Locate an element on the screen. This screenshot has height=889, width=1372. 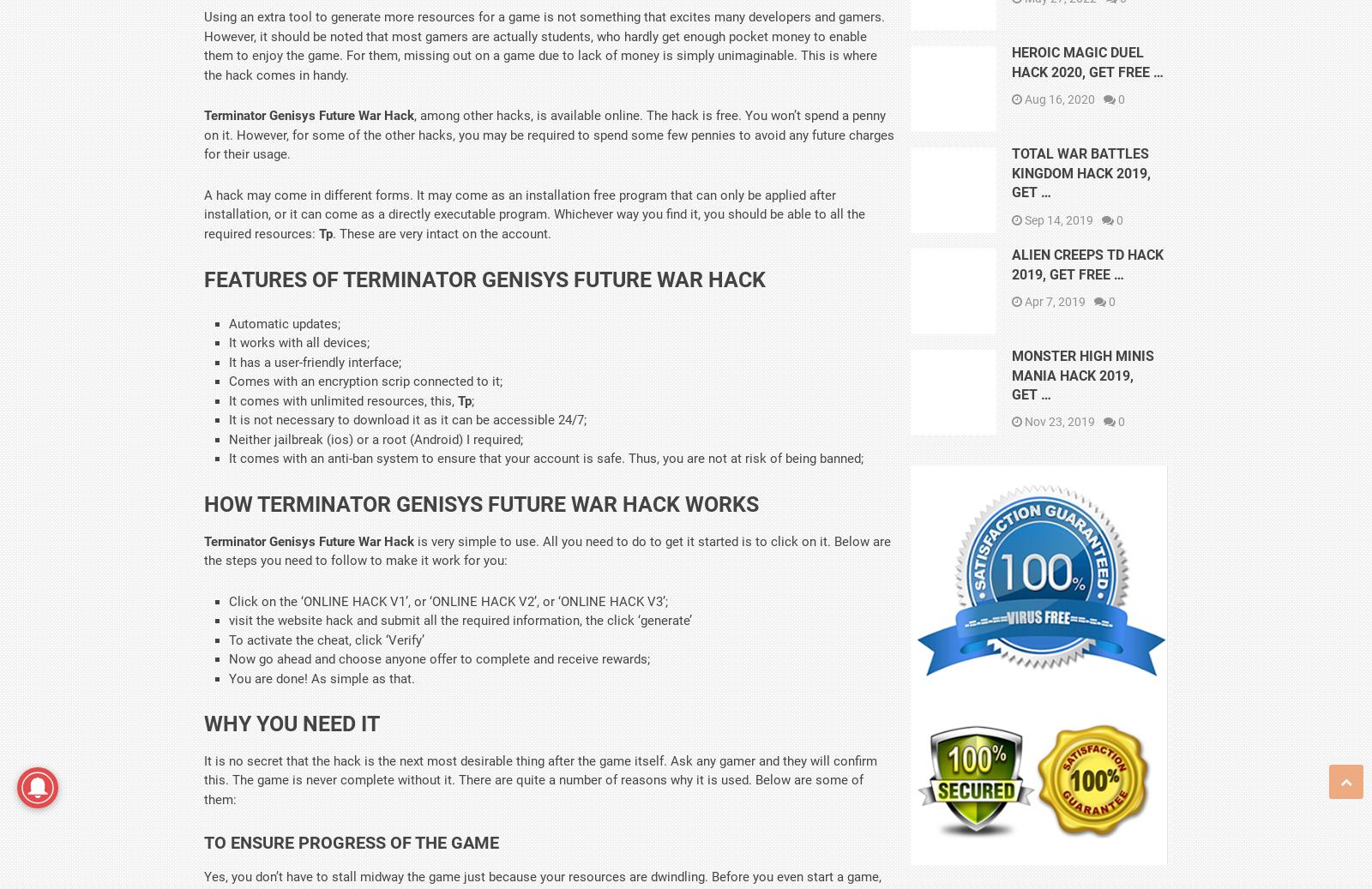
'How Terminator Genisys Future War Hack Works' is located at coordinates (480, 503).